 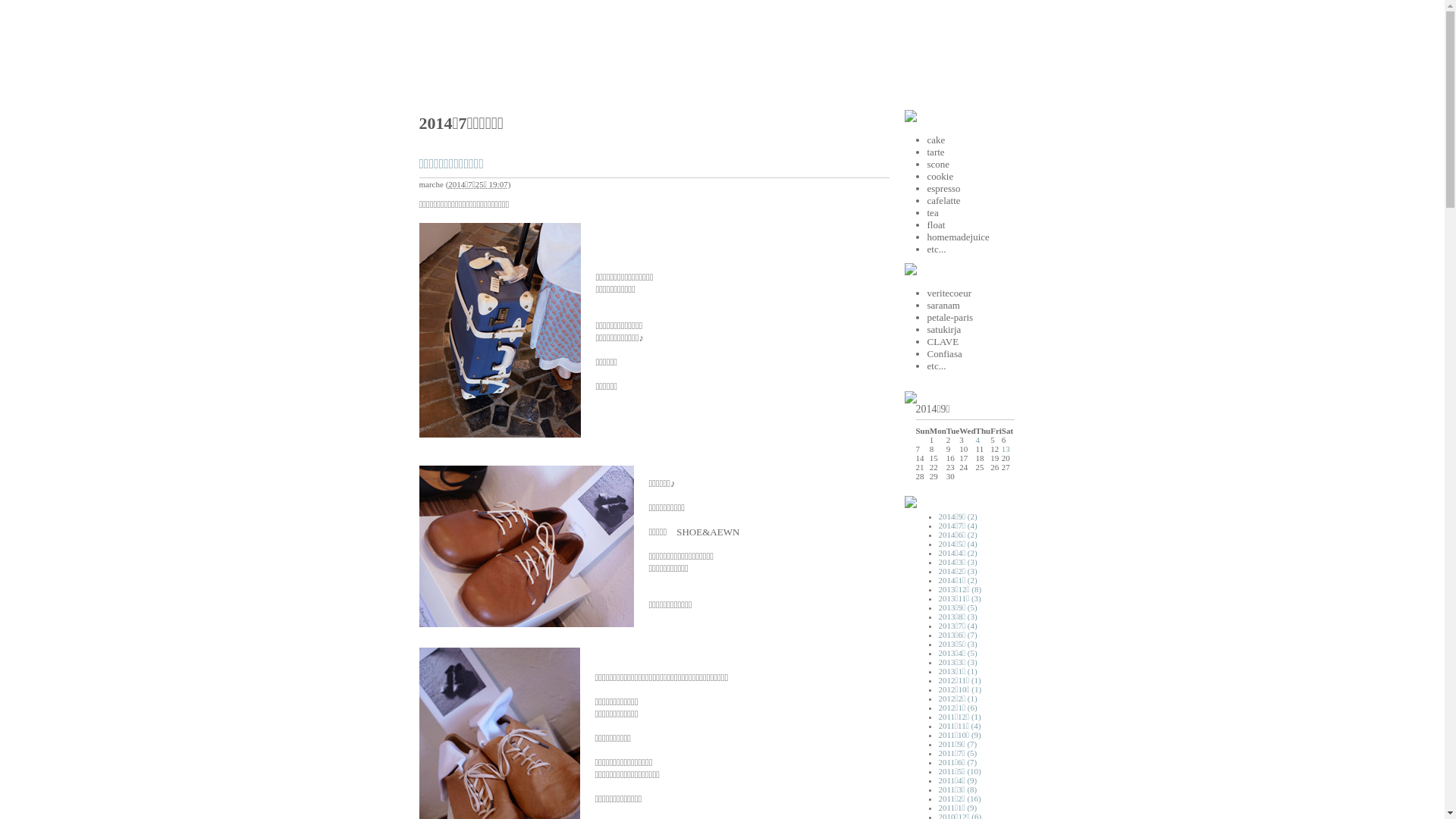 I want to click on '4', so click(x=978, y=439).